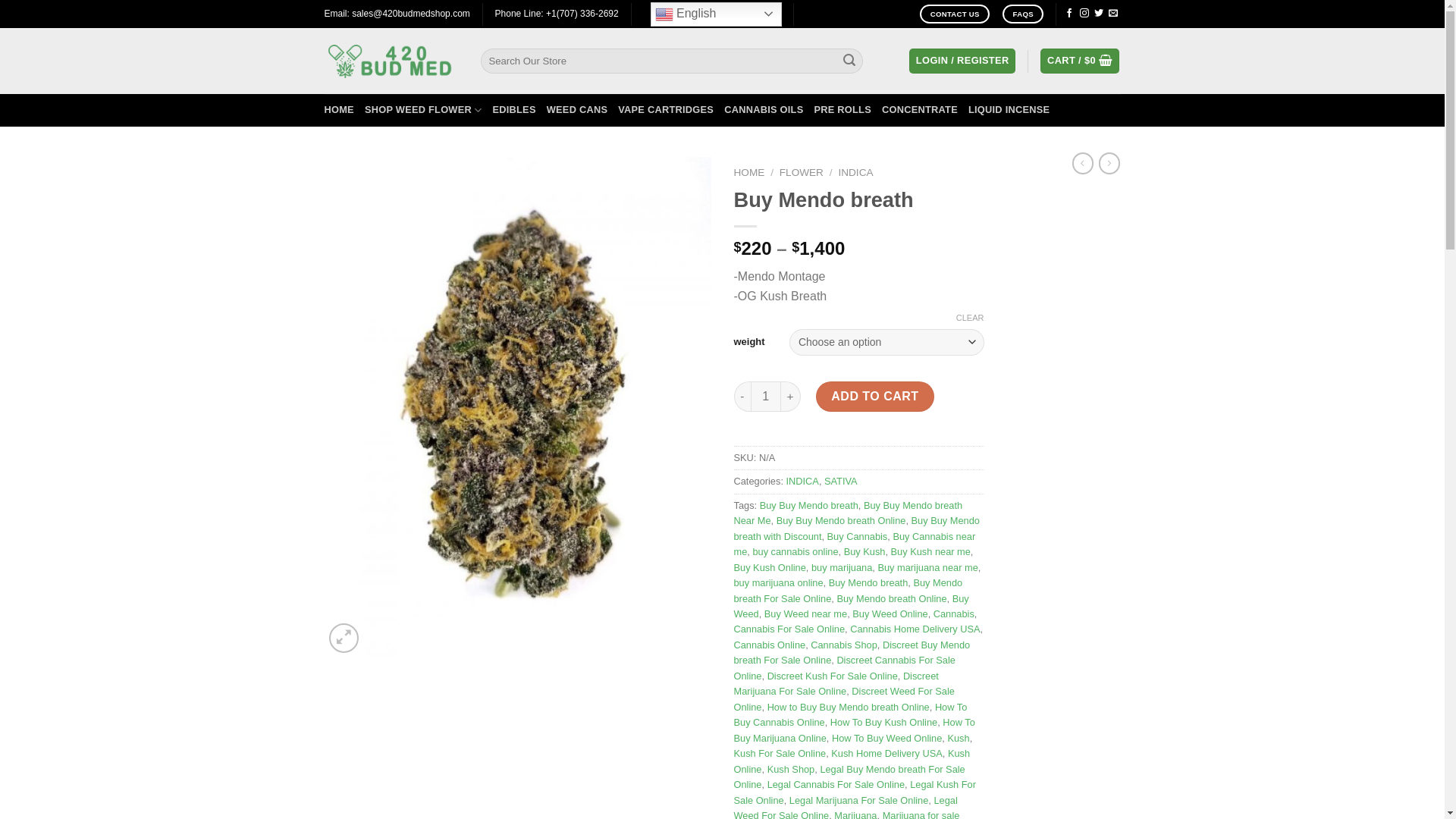  What do you see at coordinates (767, 769) in the screenshot?
I see `'Kush Shop'` at bounding box center [767, 769].